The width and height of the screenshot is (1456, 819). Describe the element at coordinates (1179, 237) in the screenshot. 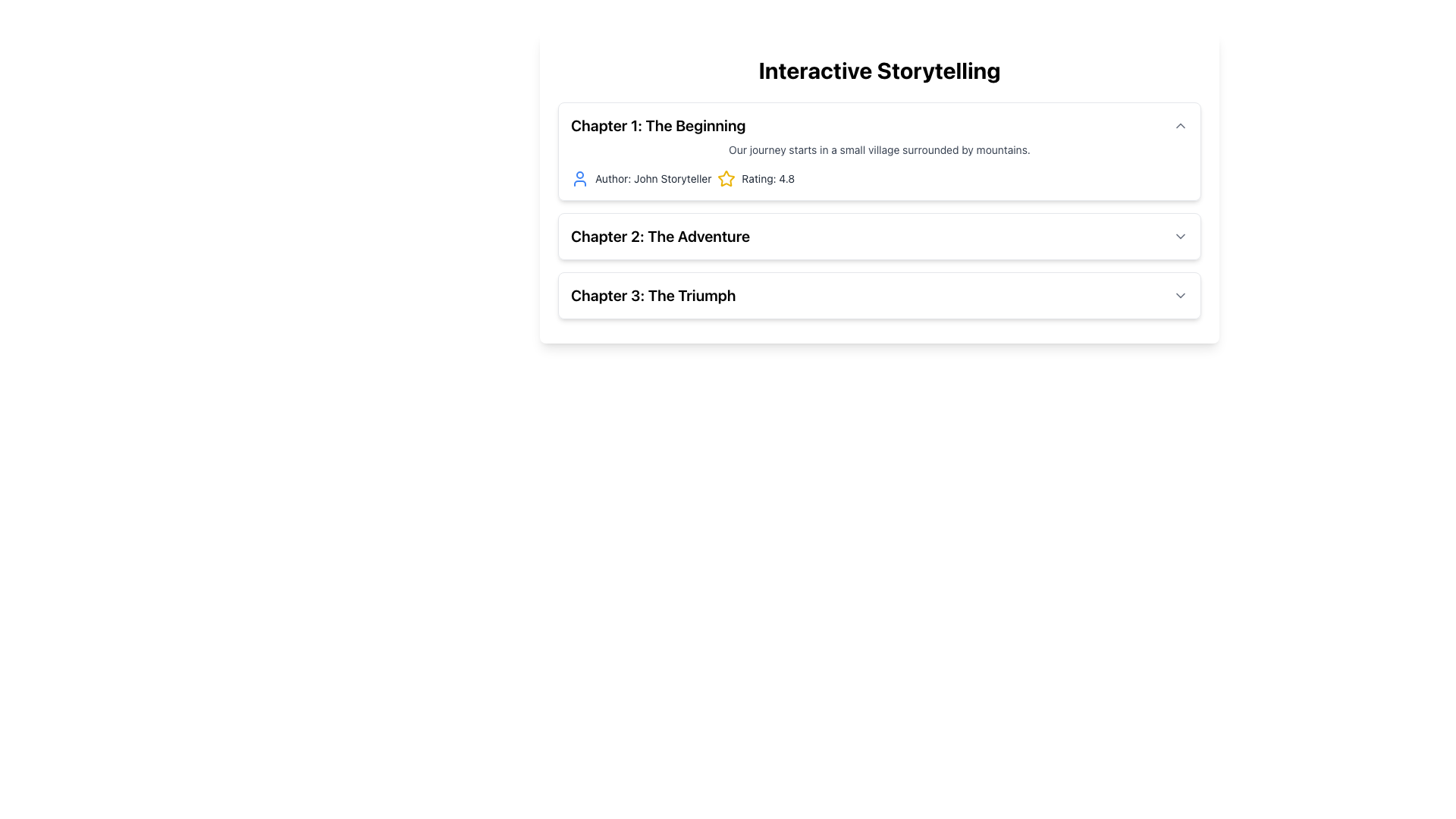

I see `the Chevron Down icon located at the far right of the 'Chapter 2: The Adventure' label` at that location.